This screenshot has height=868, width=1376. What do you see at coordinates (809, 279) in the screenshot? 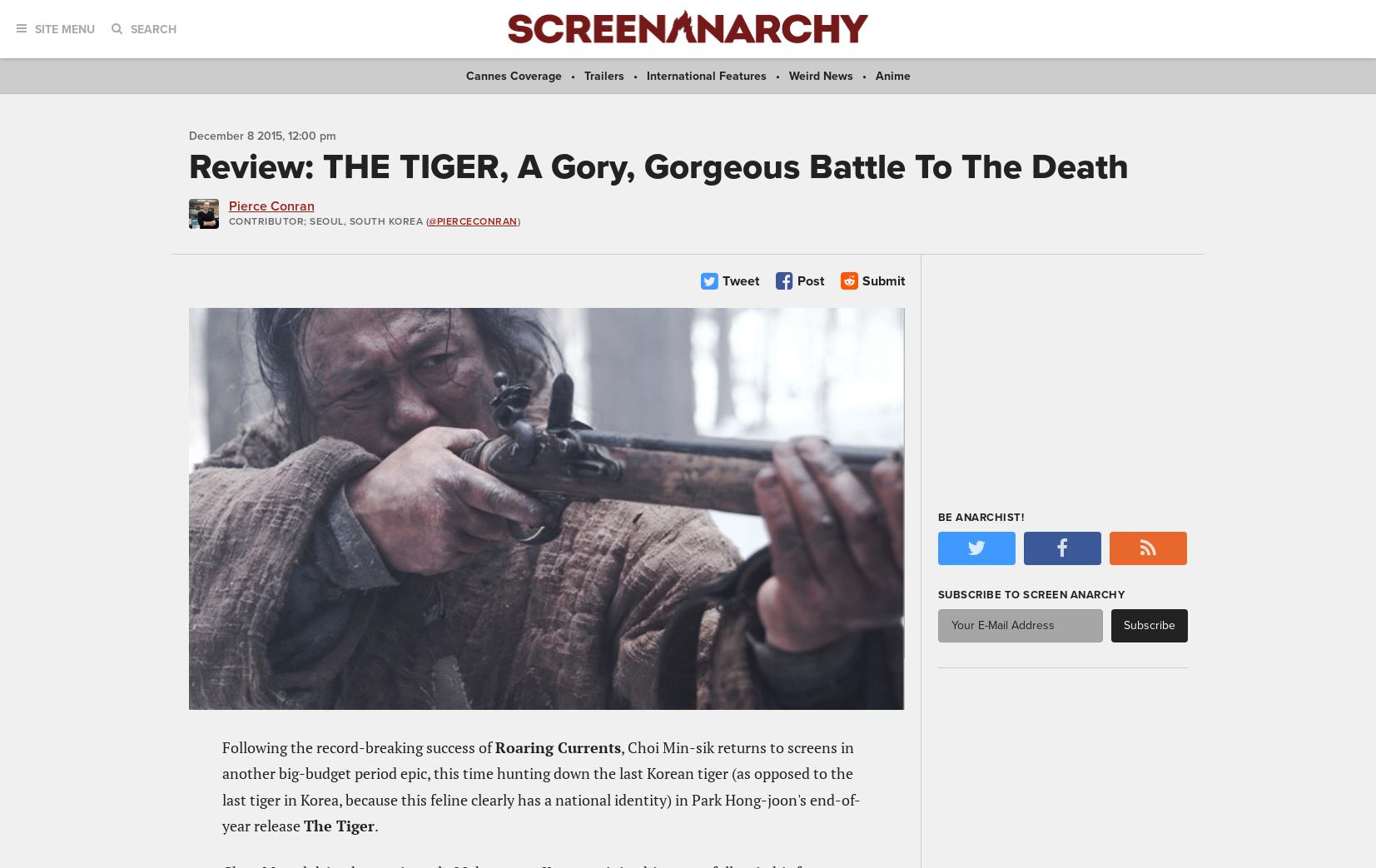
I see `'Post'` at bounding box center [809, 279].